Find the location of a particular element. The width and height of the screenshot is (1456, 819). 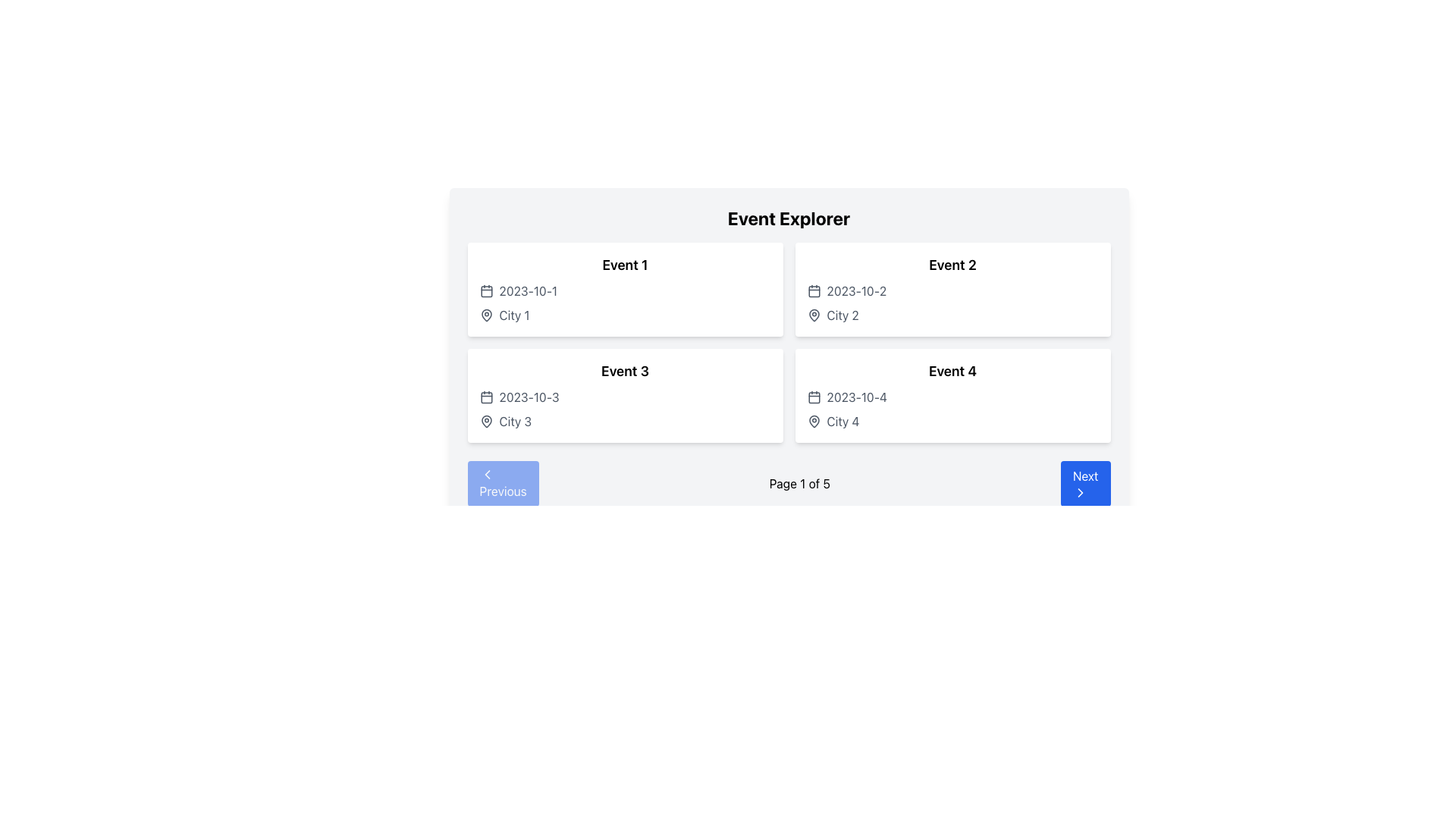

the Static Text element that serves as the title or identifier for the event, located in the lower right quadrant of the main event grid is located at coordinates (952, 371).